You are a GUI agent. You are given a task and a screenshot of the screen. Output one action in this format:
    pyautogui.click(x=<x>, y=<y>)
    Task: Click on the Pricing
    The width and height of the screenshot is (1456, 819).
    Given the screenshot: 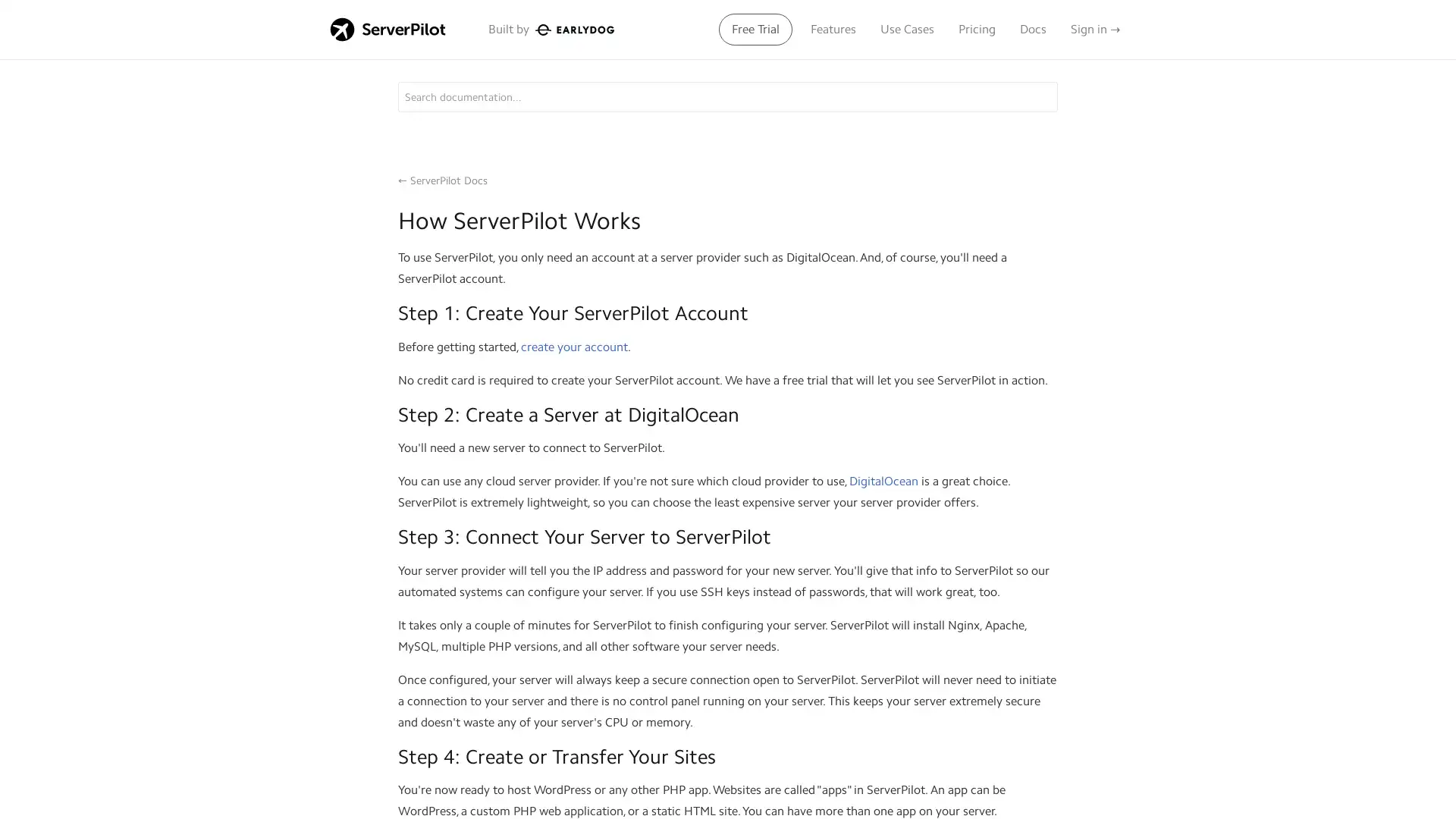 What is the action you would take?
    pyautogui.click(x=977, y=29)
    